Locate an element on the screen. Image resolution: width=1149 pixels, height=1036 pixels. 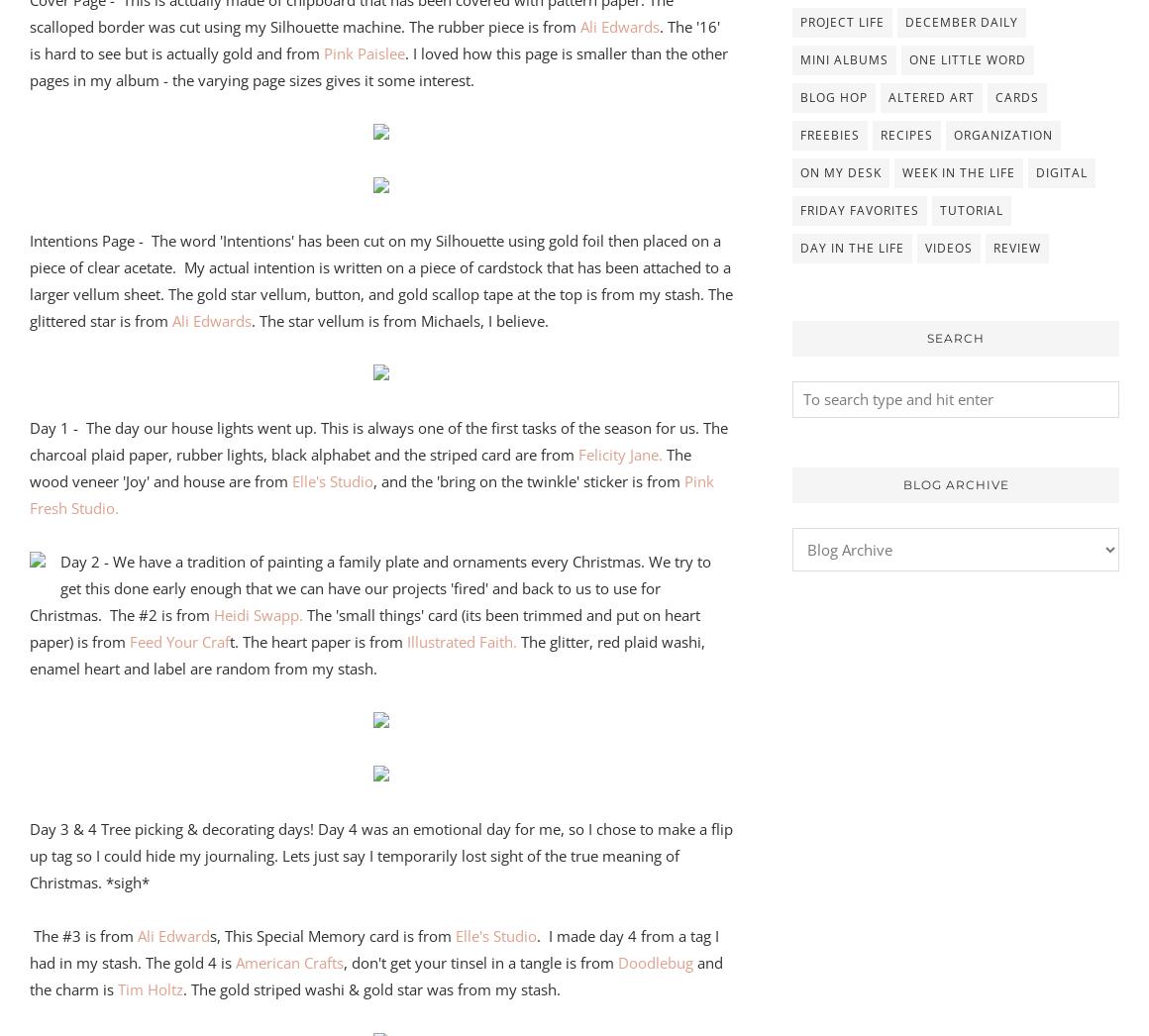
'One Little Word' is located at coordinates (966, 58).